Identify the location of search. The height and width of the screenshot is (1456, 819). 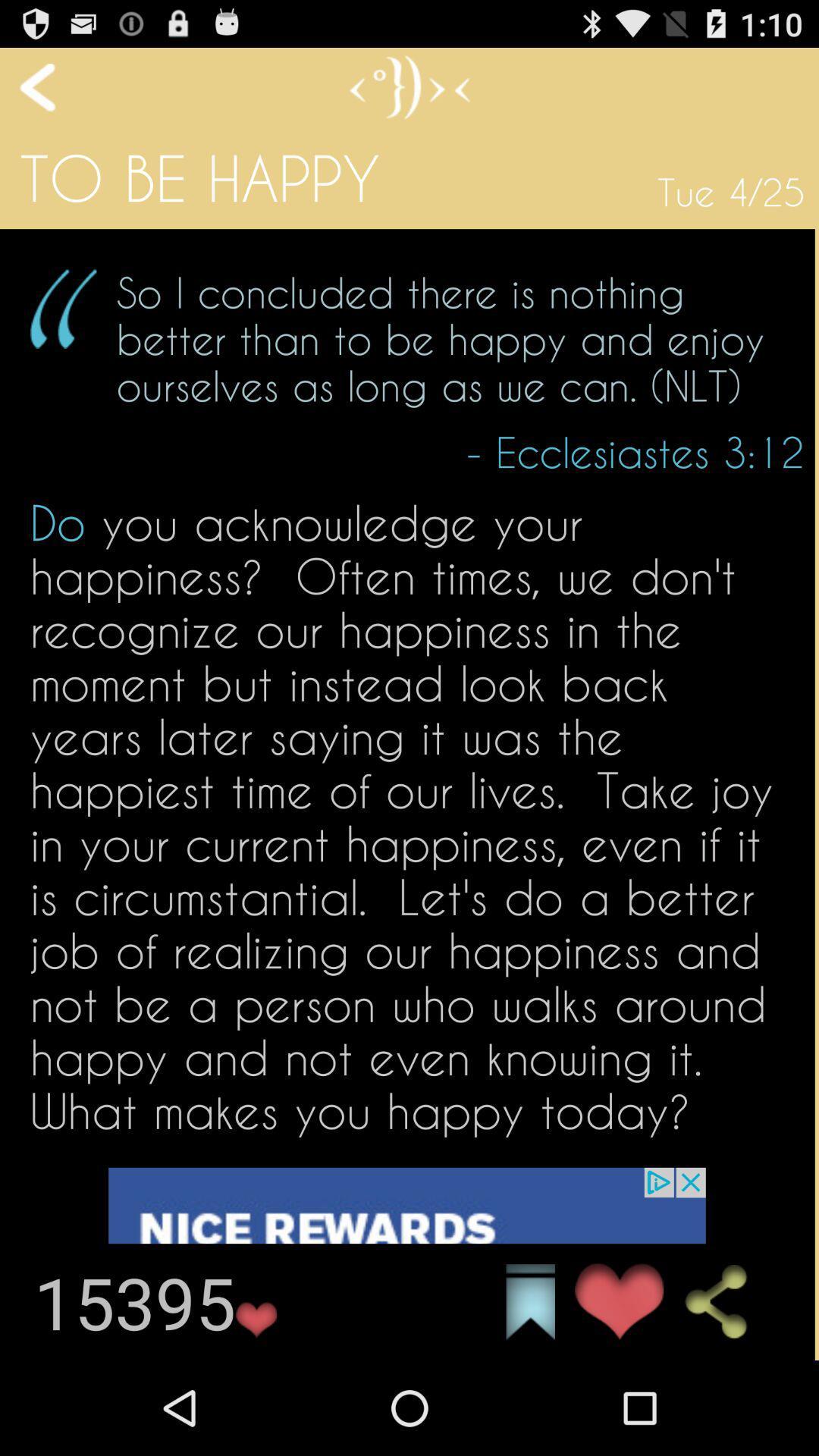
(728, 1301).